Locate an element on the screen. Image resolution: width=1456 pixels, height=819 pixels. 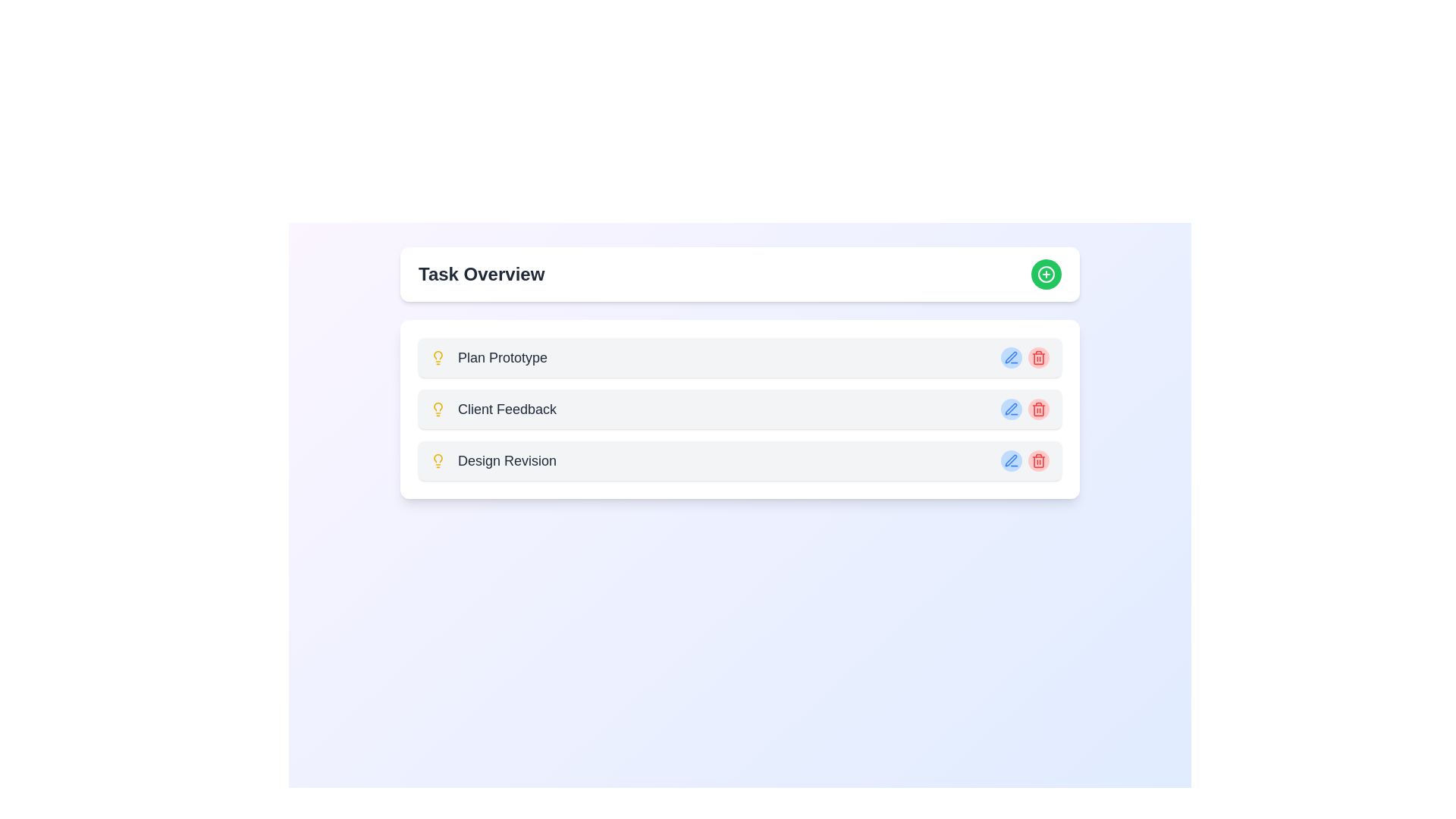
the blue icon in the Action panel for 'Design Revision' is located at coordinates (1025, 460).